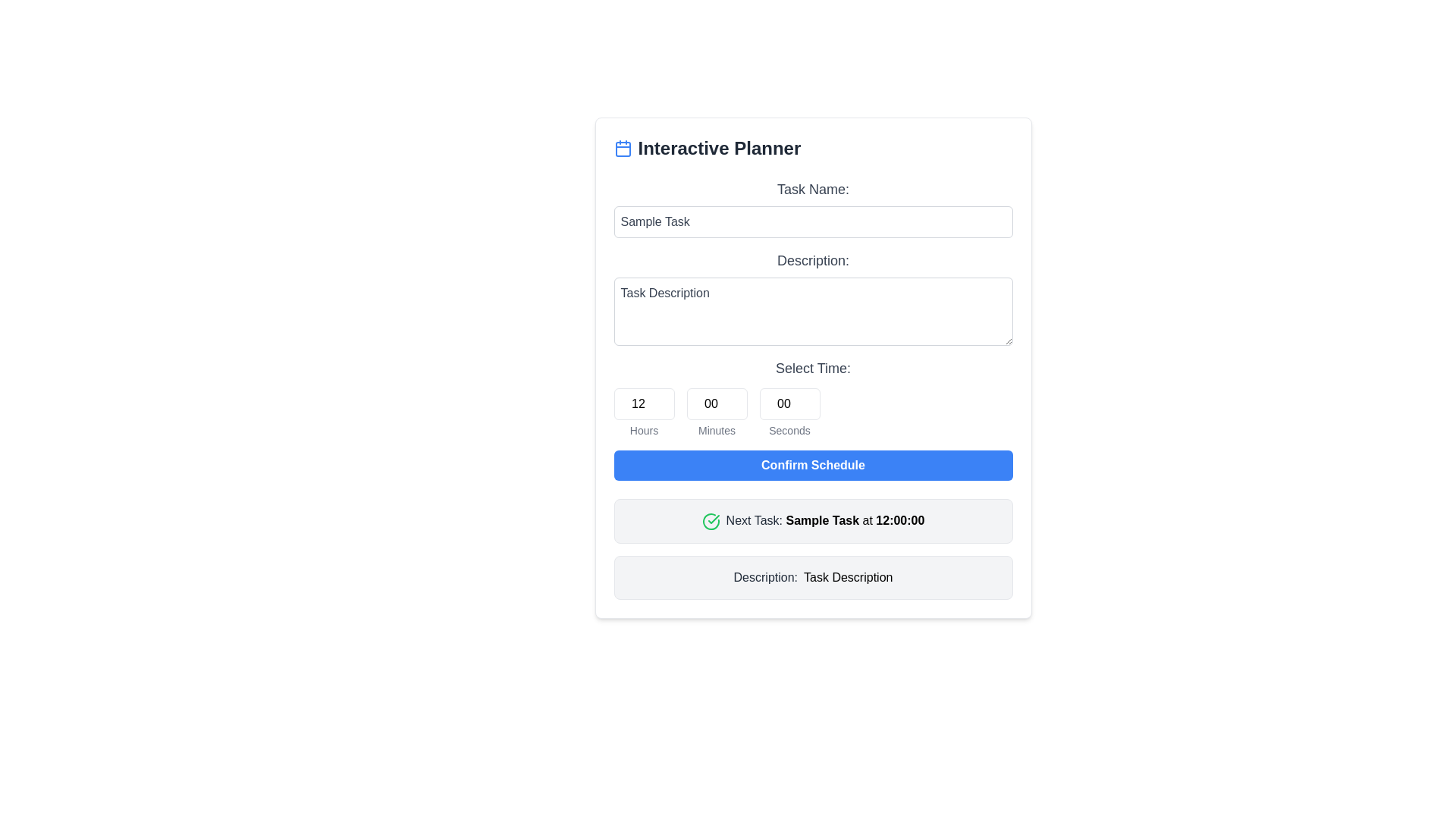 This screenshot has height=819, width=1456. What do you see at coordinates (789, 430) in the screenshot?
I see `the 'Seconds' text label, which is displayed in a medium-sized gray font and is positioned directly below the numeric input field for seconds` at bounding box center [789, 430].